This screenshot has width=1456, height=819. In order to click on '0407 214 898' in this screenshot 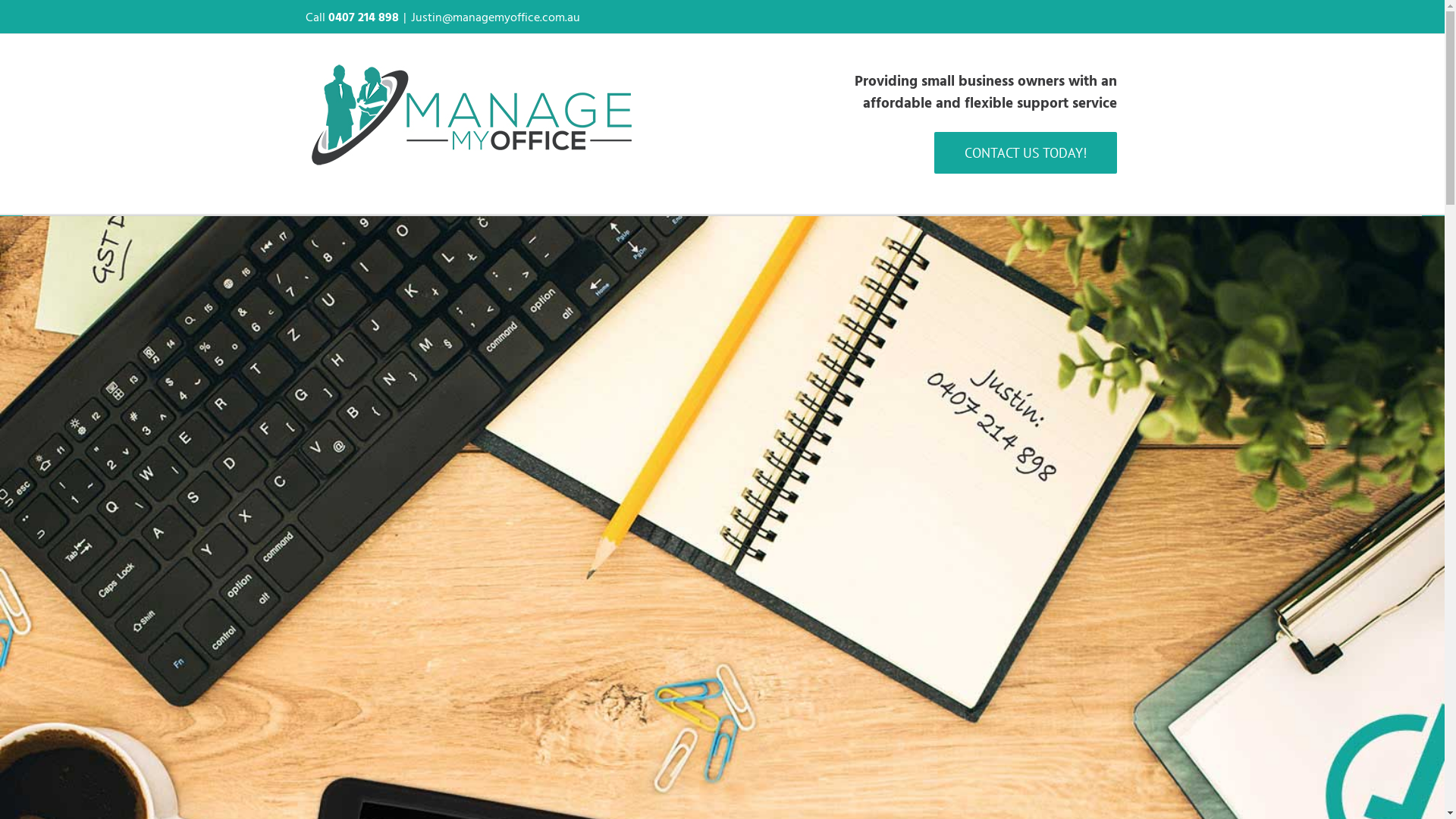, I will do `click(362, 17)`.